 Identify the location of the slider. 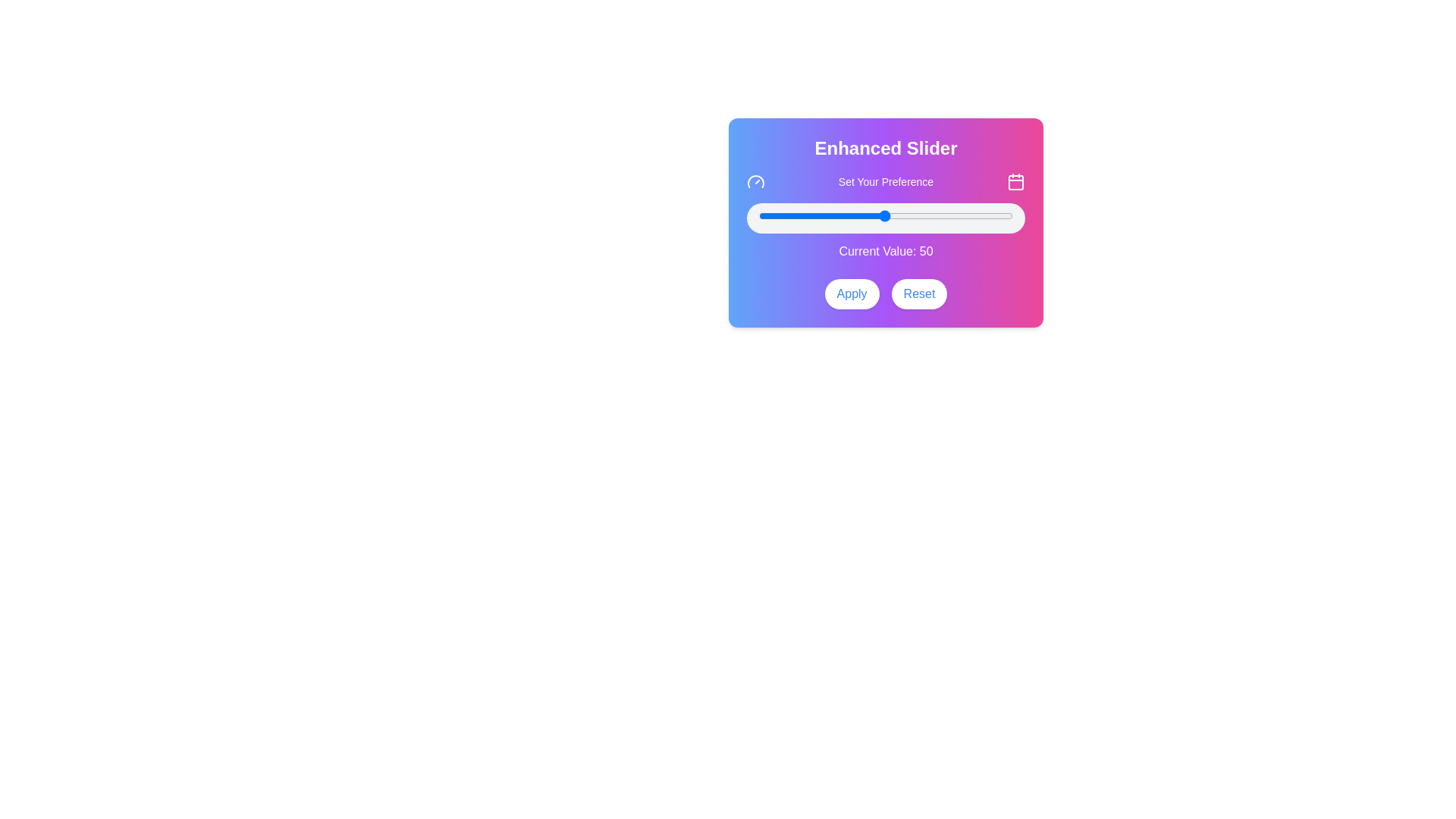
(997, 216).